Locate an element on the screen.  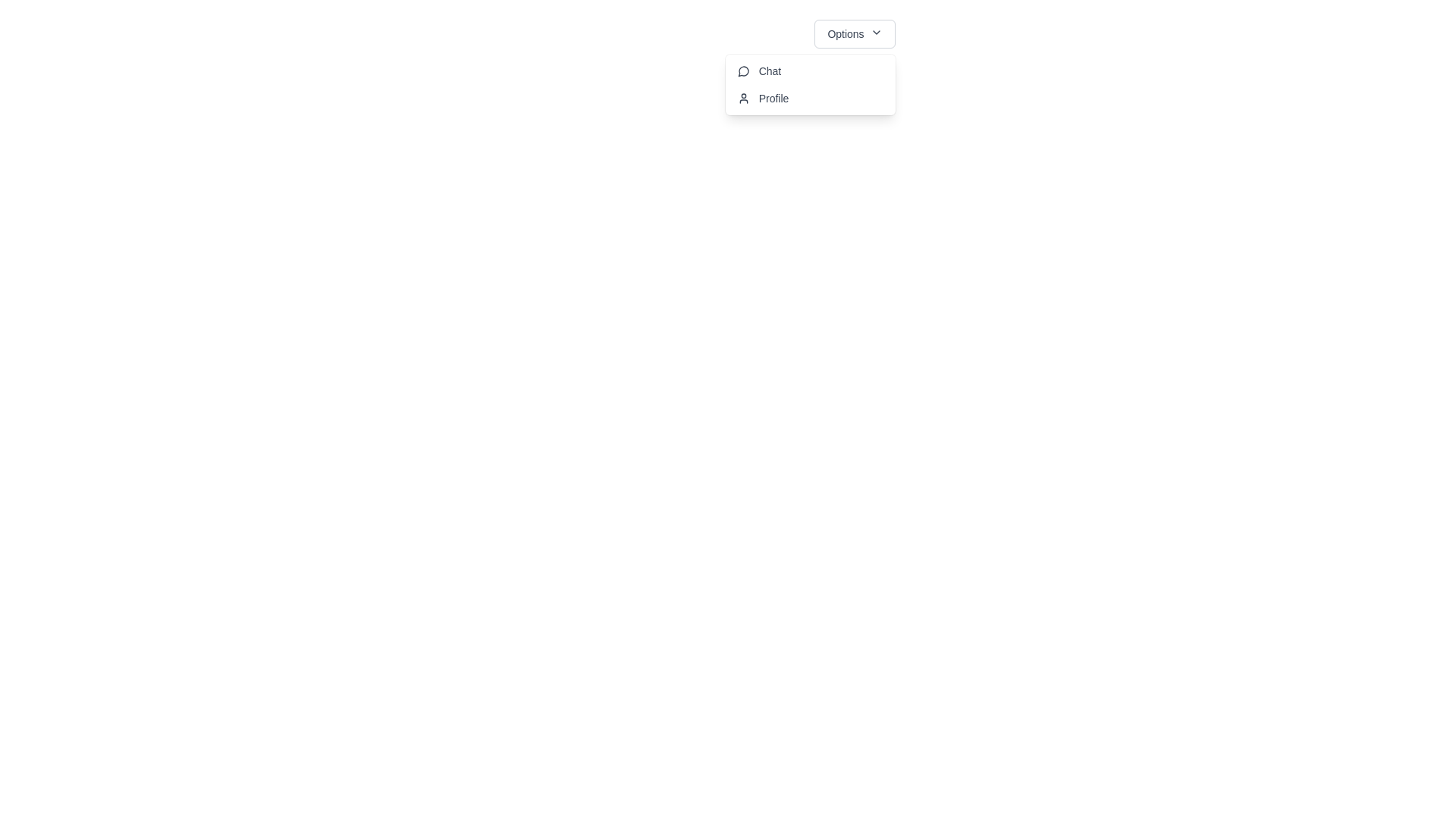
the chat icon located to the left of the 'Chat' text label within the dropdown menu below the 'Options' button is located at coordinates (743, 71).